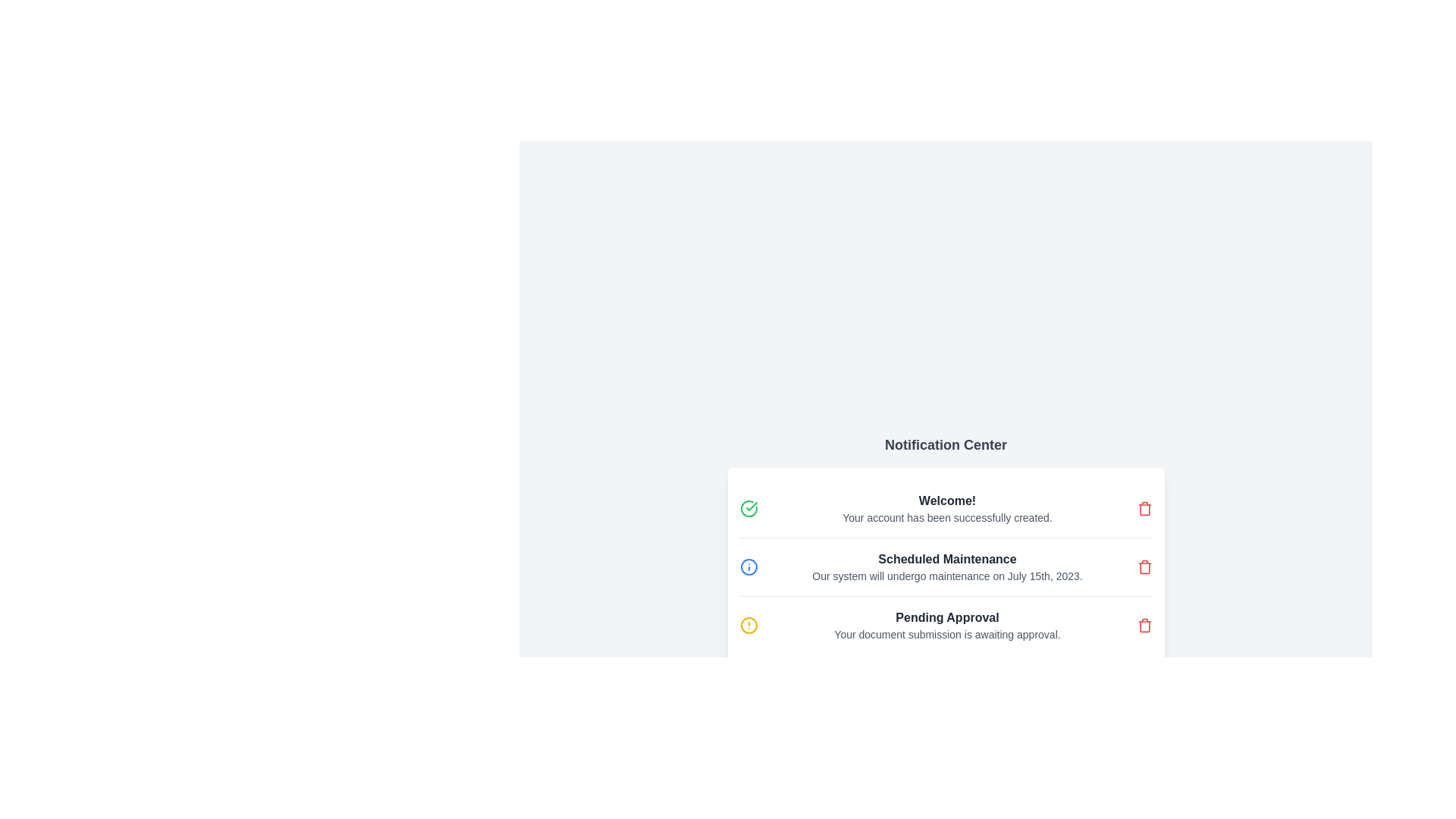  I want to click on the circular icon with a yellow border and exclamation mark located in the third notification row of the Notification Center to potentially observe a tooltip, so click(748, 626).